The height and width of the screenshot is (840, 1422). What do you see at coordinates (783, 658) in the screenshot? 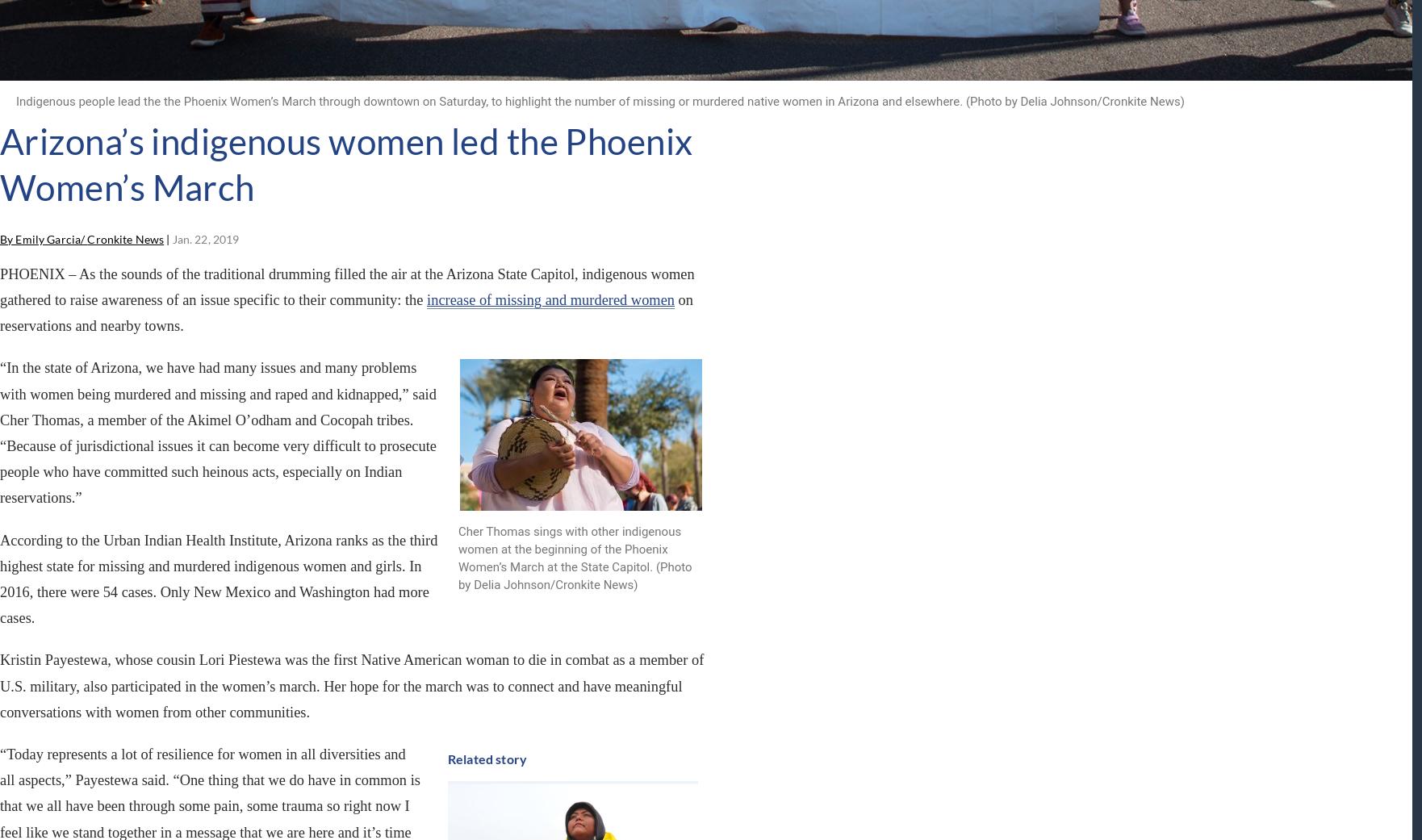
I see `'cronkitenews@asu.edu'` at bounding box center [783, 658].